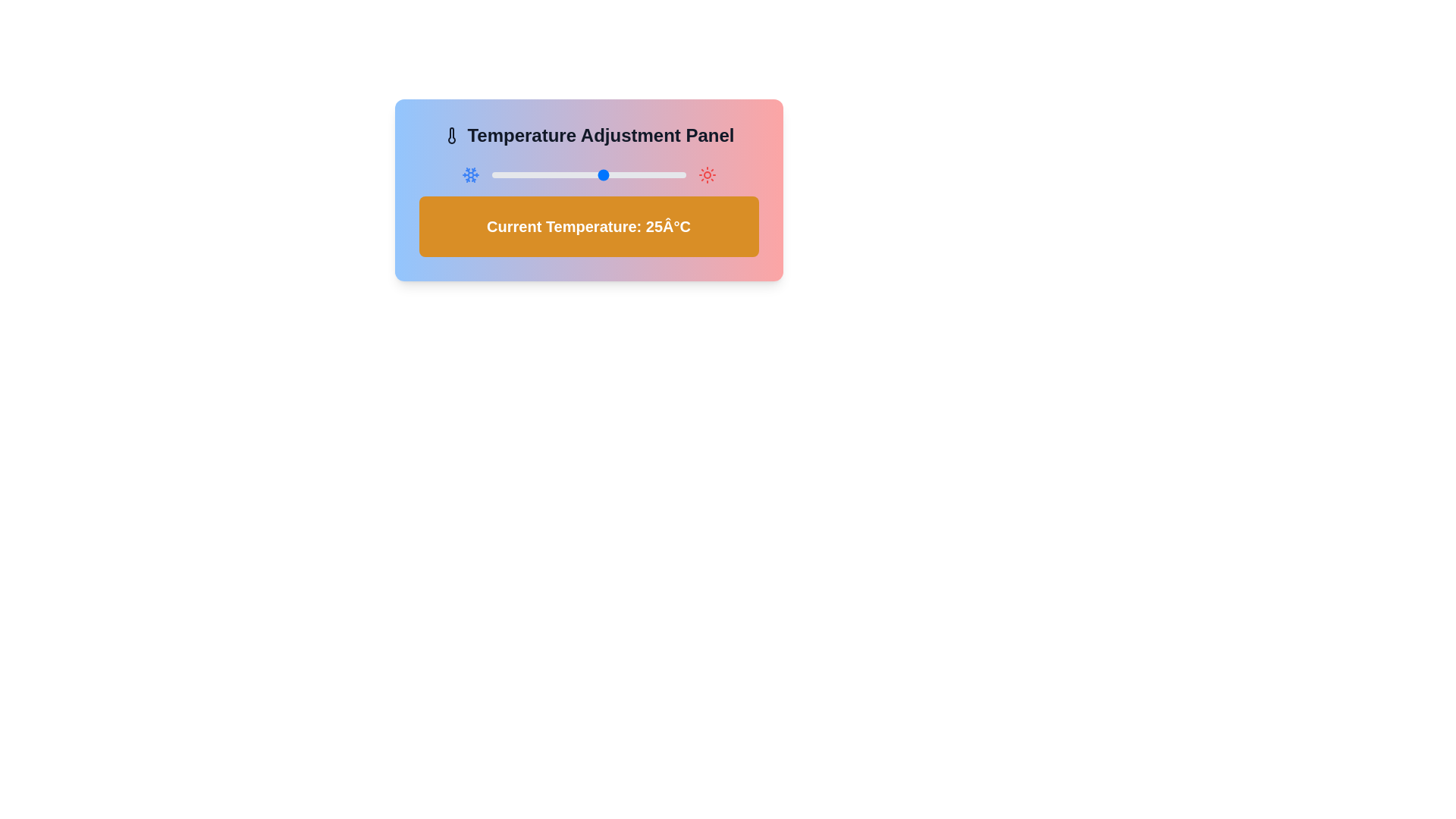 The height and width of the screenshot is (819, 1456). What do you see at coordinates (514, 174) in the screenshot?
I see `the temperature slider to set the temperature to -3°C` at bounding box center [514, 174].